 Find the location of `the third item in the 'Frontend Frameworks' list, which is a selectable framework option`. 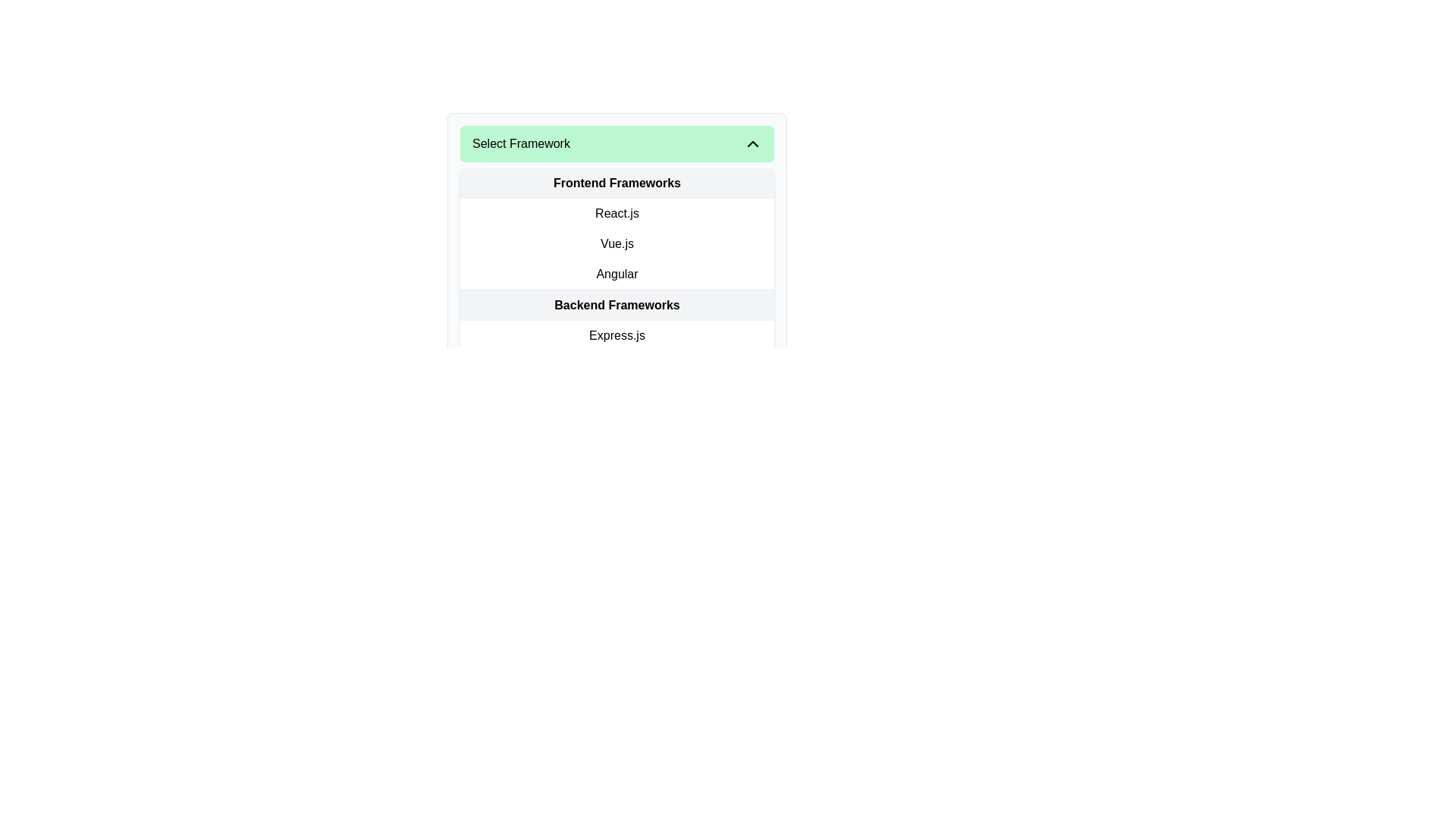

the third item in the 'Frontend Frameworks' list, which is a selectable framework option is located at coordinates (617, 275).